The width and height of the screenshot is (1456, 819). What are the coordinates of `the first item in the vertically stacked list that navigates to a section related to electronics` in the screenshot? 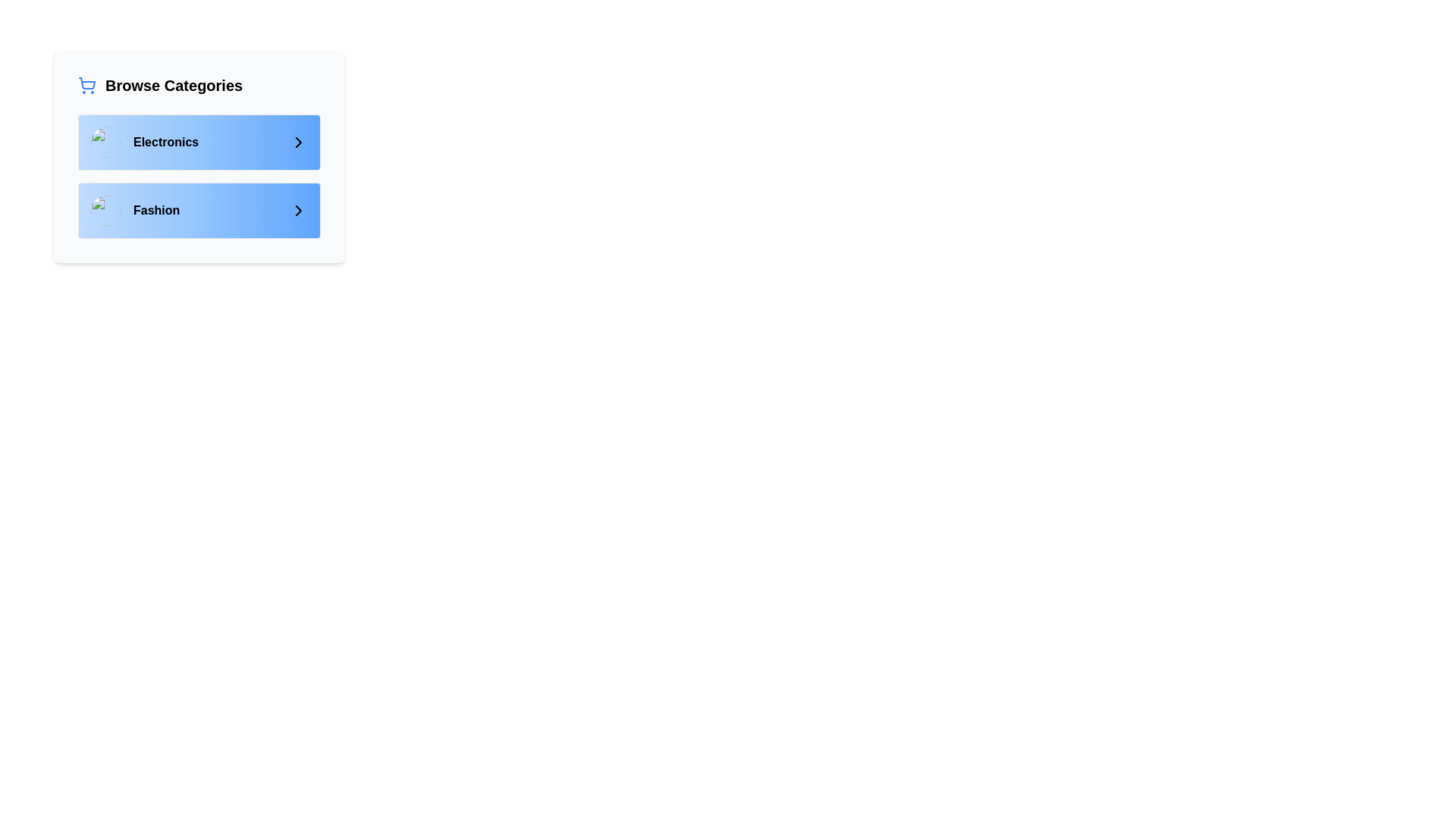 It's located at (145, 143).